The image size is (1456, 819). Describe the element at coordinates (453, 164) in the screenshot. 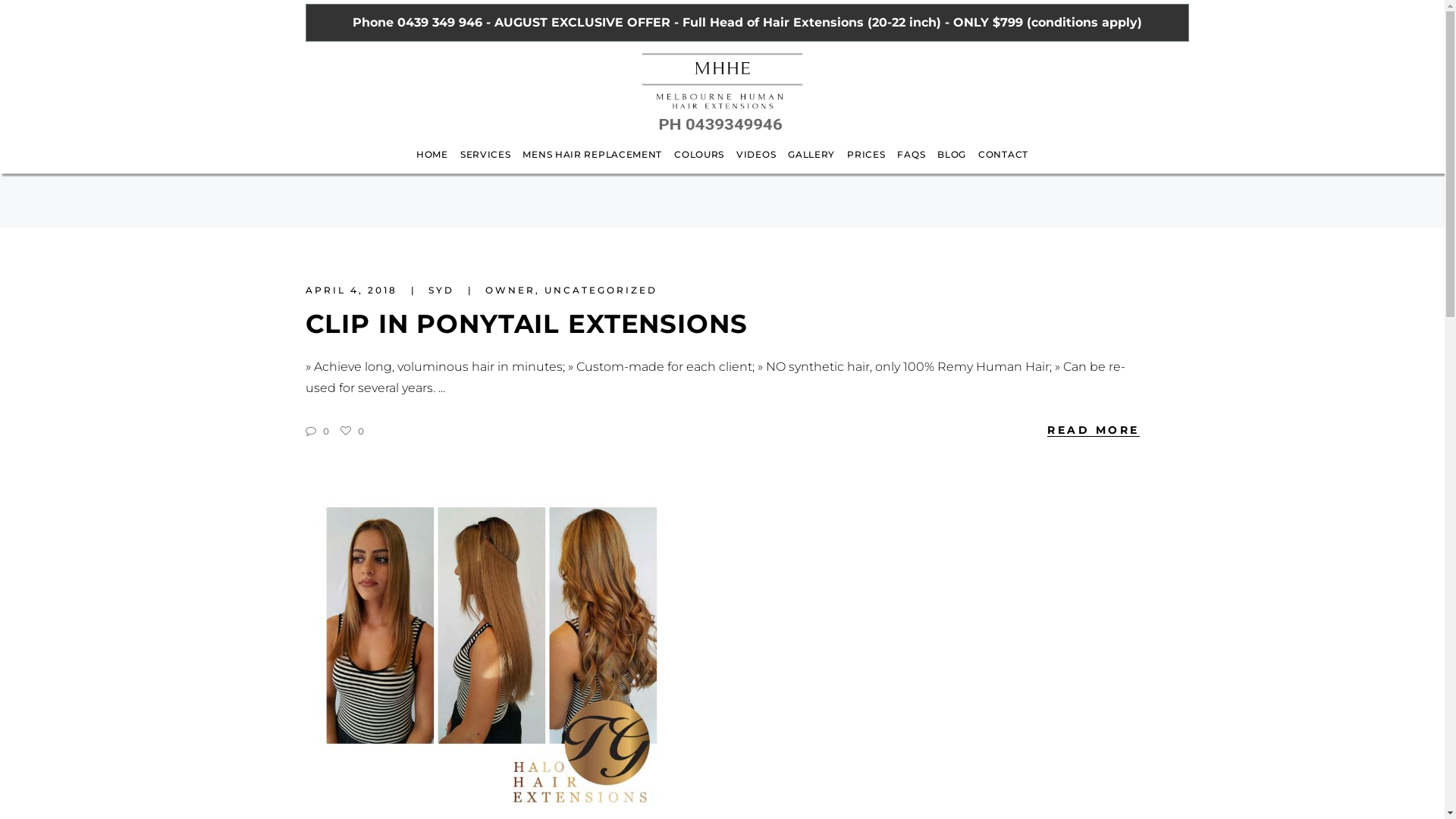

I see `'SERVICES'` at that location.